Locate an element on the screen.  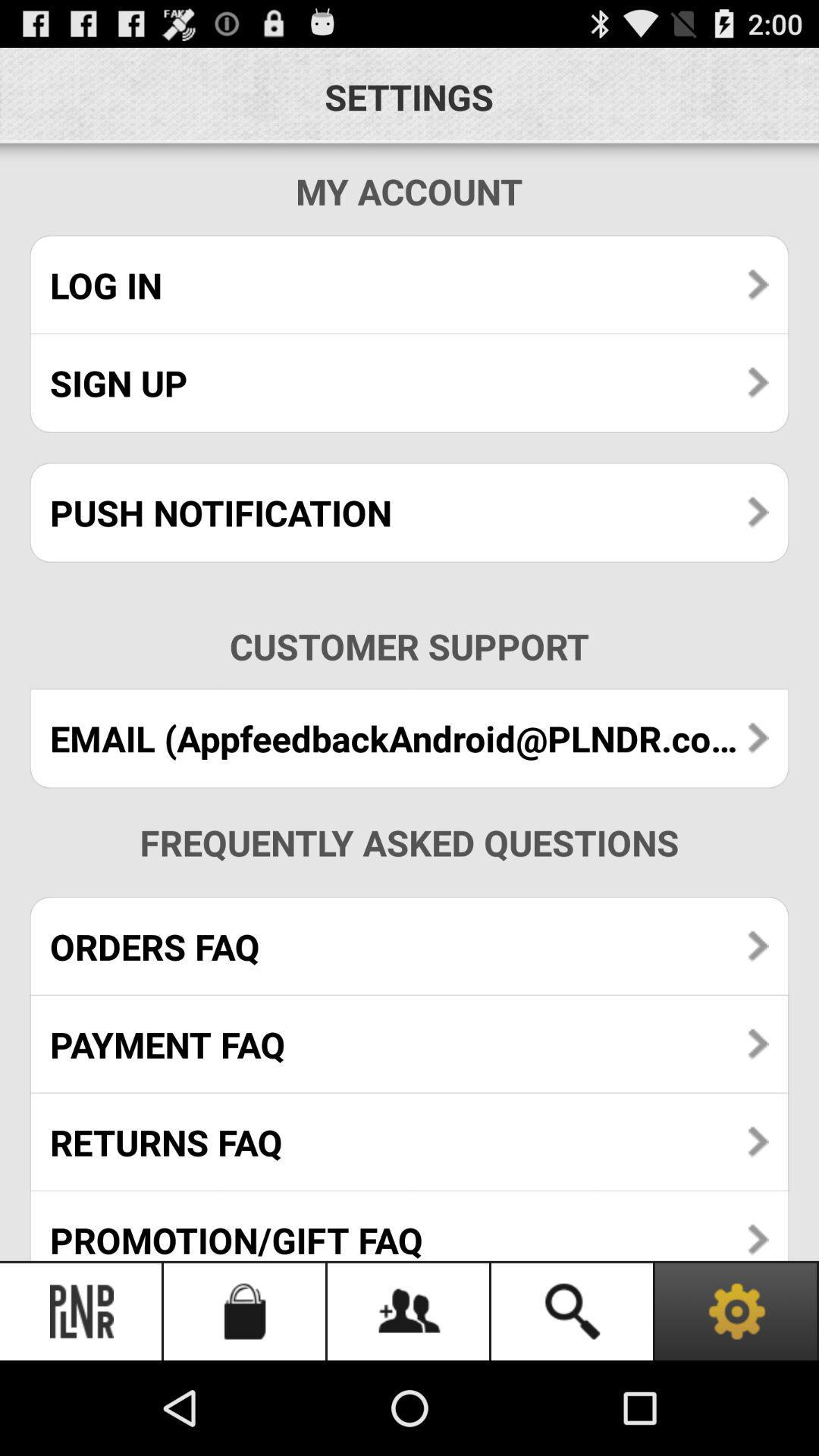
the log in icon is located at coordinates (409, 285).